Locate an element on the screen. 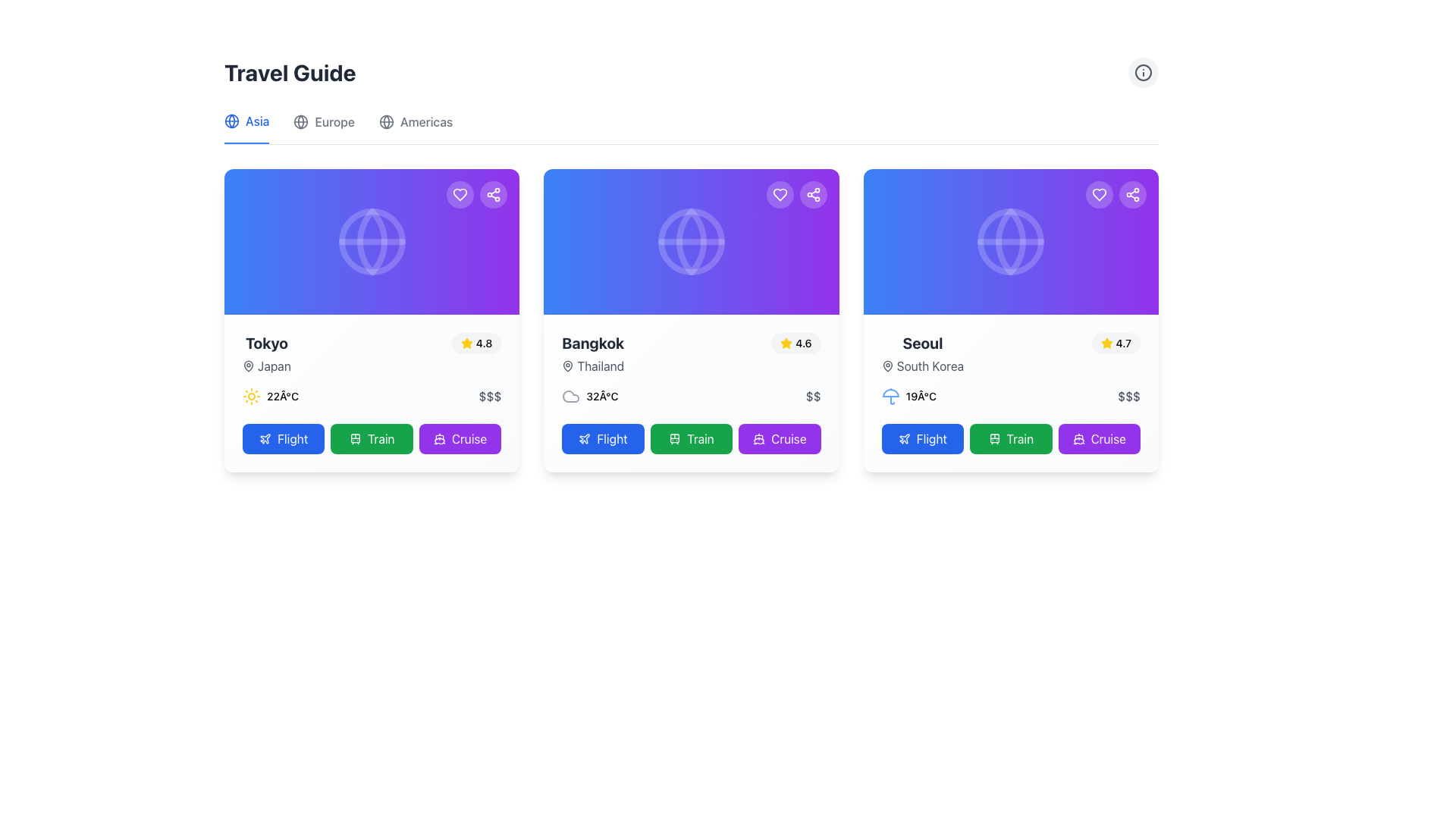  the decorative star icon representing the rating of '4.7' for the 'Seoul' travel option, located at the top-right part of the card layout is located at coordinates (1106, 343).